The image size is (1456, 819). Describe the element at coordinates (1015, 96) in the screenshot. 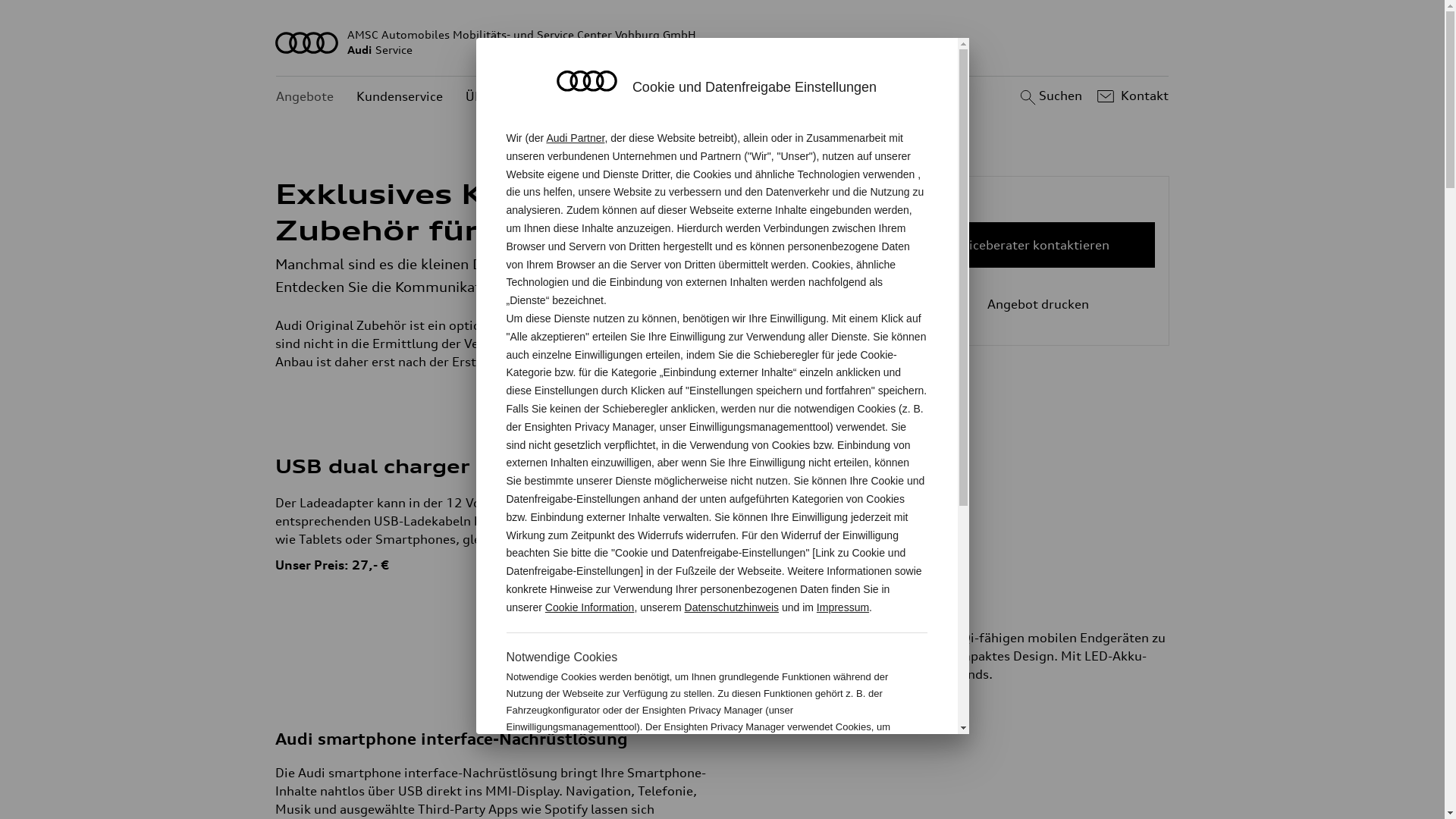

I see `'Suchen'` at that location.